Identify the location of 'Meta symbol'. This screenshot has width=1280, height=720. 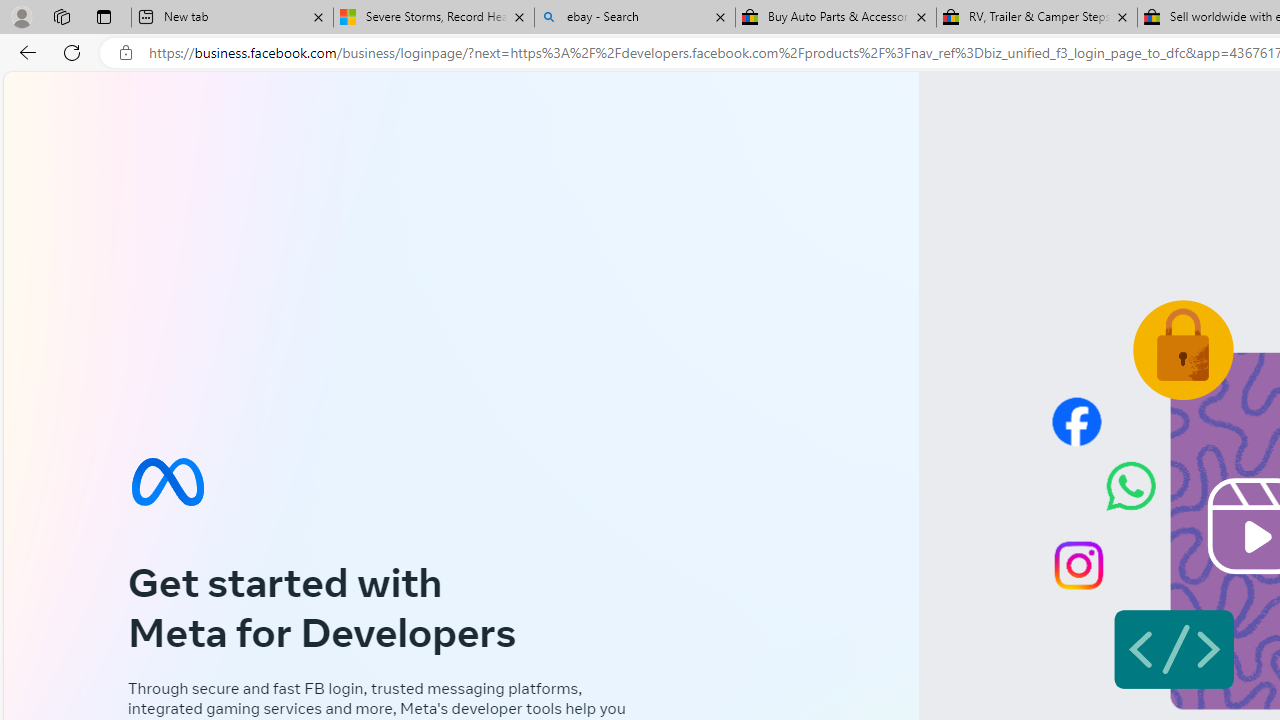
(167, 481).